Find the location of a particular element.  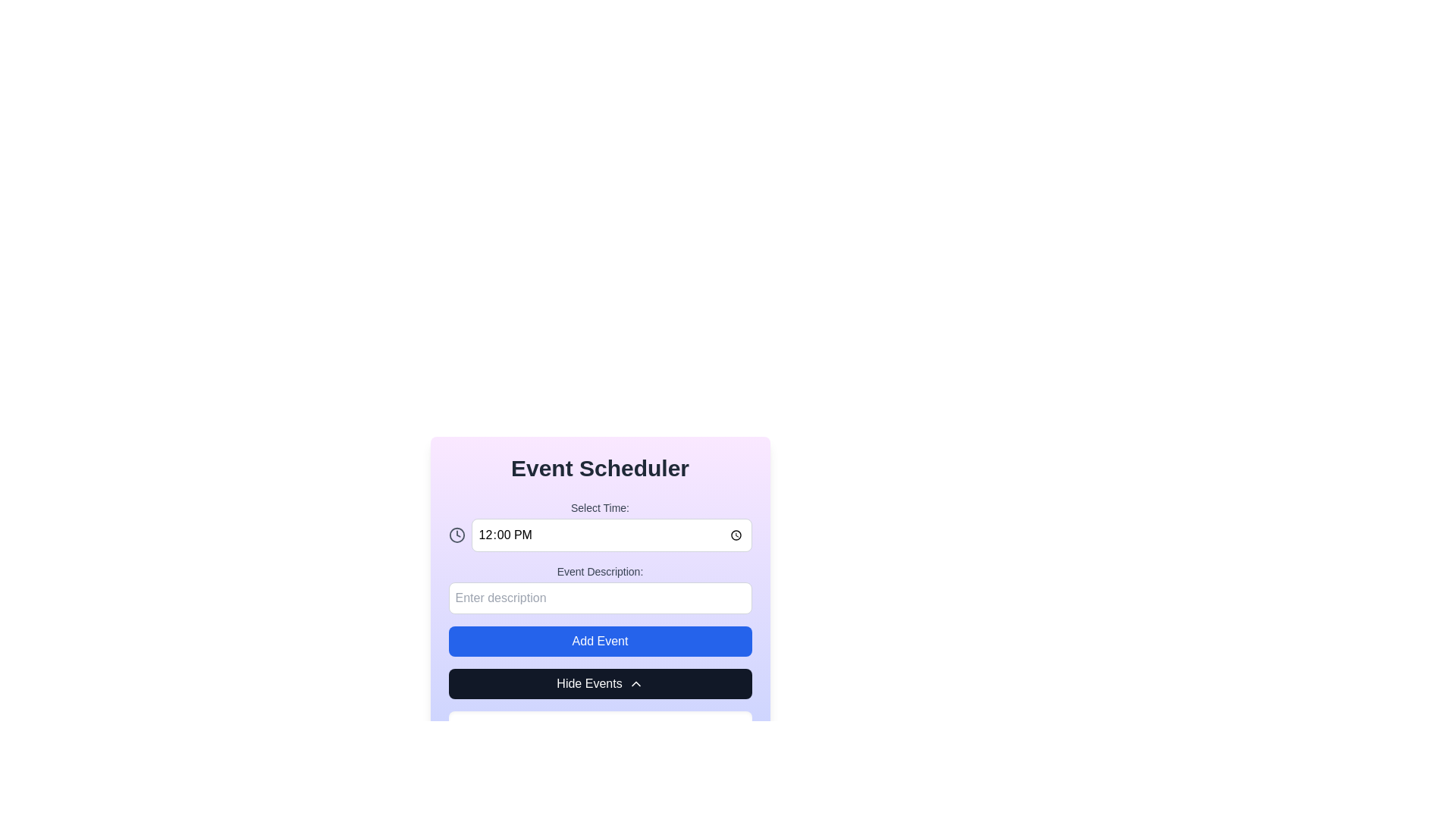

the label that provides context for the adjacent time input field, located below the title 'Event Scheduler' and above the time input field is located at coordinates (599, 508).